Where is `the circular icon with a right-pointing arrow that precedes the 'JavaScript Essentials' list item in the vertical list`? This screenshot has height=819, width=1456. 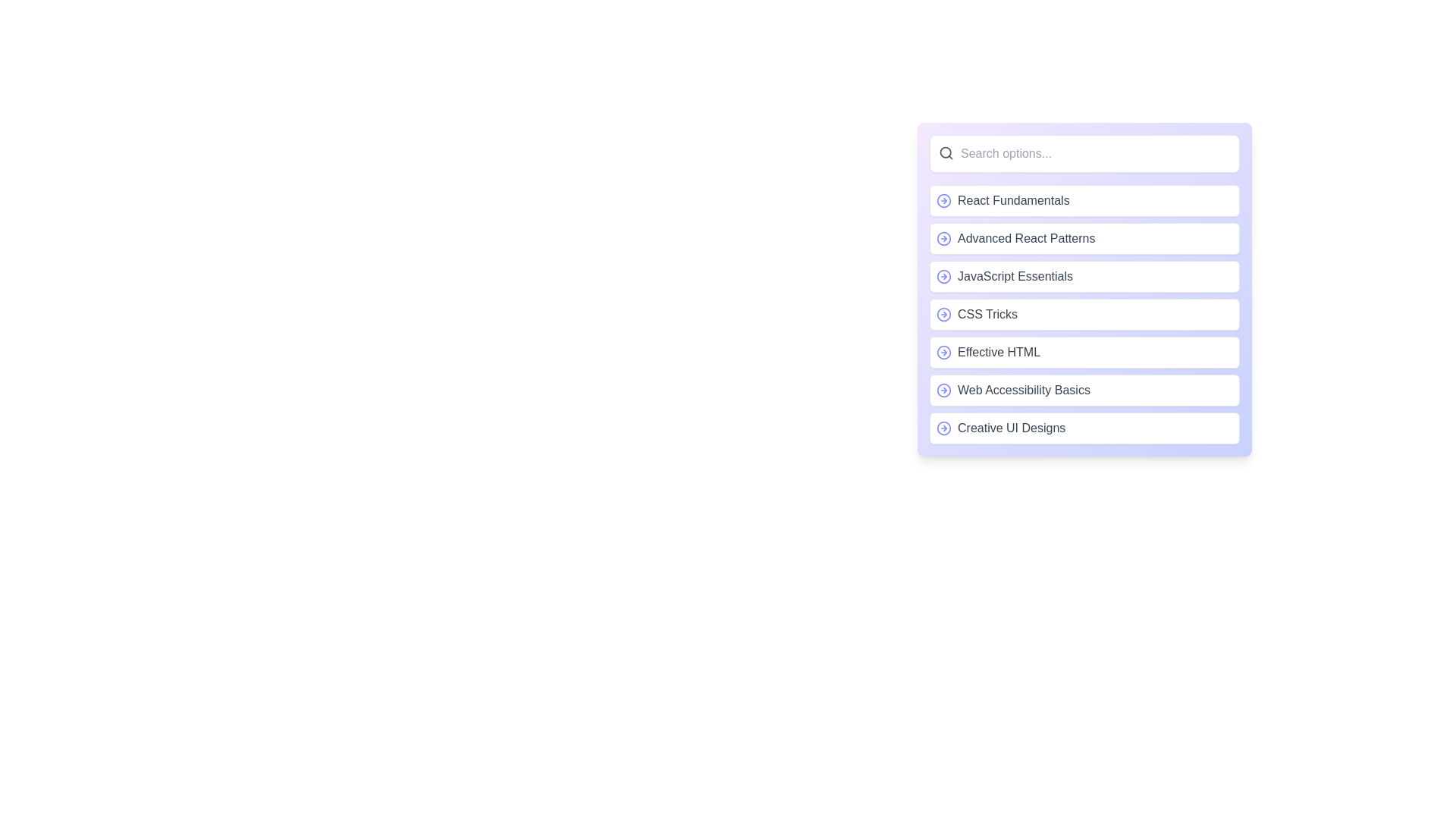
the circular icon with a right-pointing arrow that precedes the 'JavaScript Essentials' list item in the vertical list is located at coordinates (943, 277).